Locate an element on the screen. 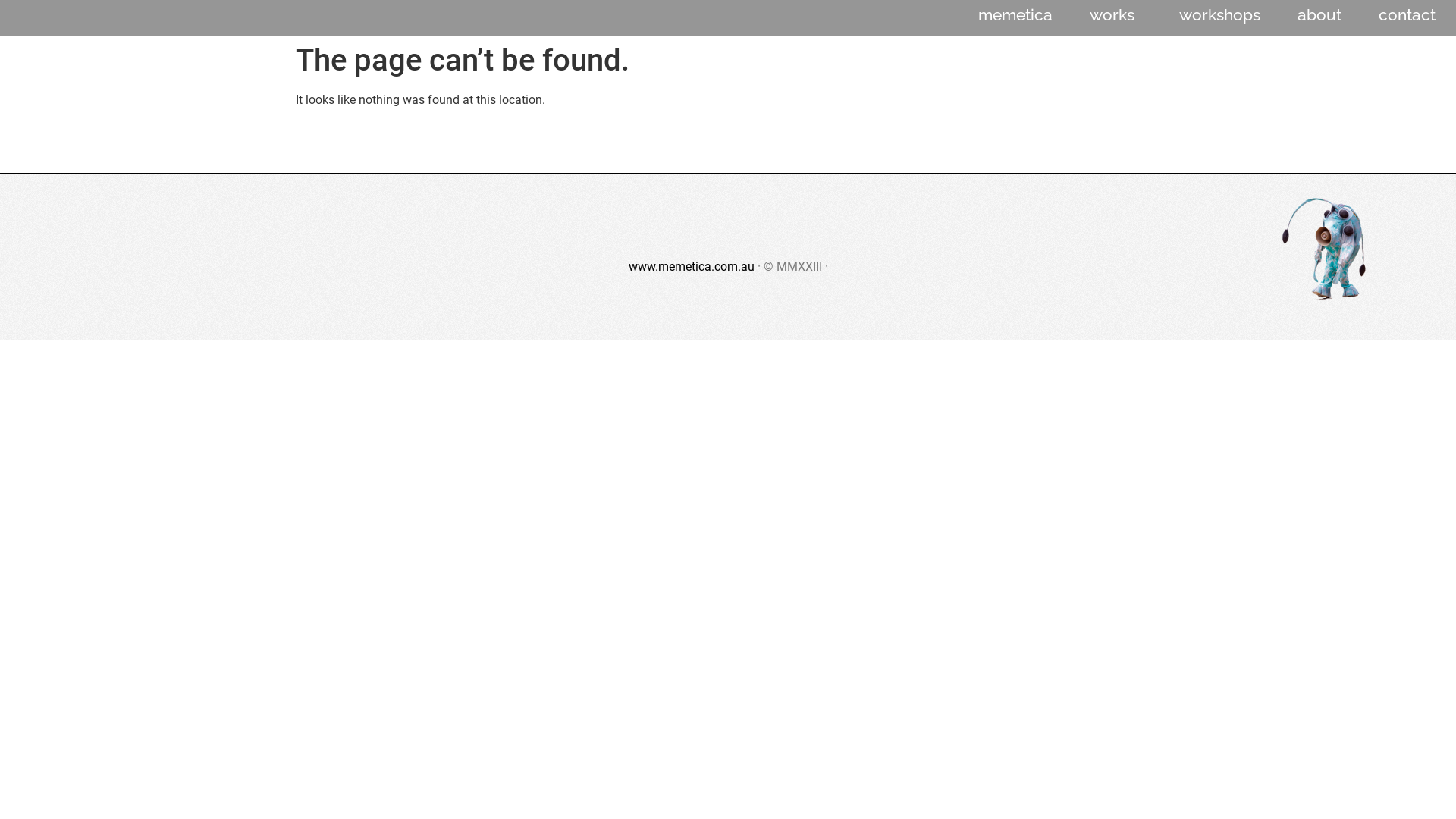 This screenshot has width=1456, height=819. 'www.memetica.com.au' is located at coordinates (628, 265).